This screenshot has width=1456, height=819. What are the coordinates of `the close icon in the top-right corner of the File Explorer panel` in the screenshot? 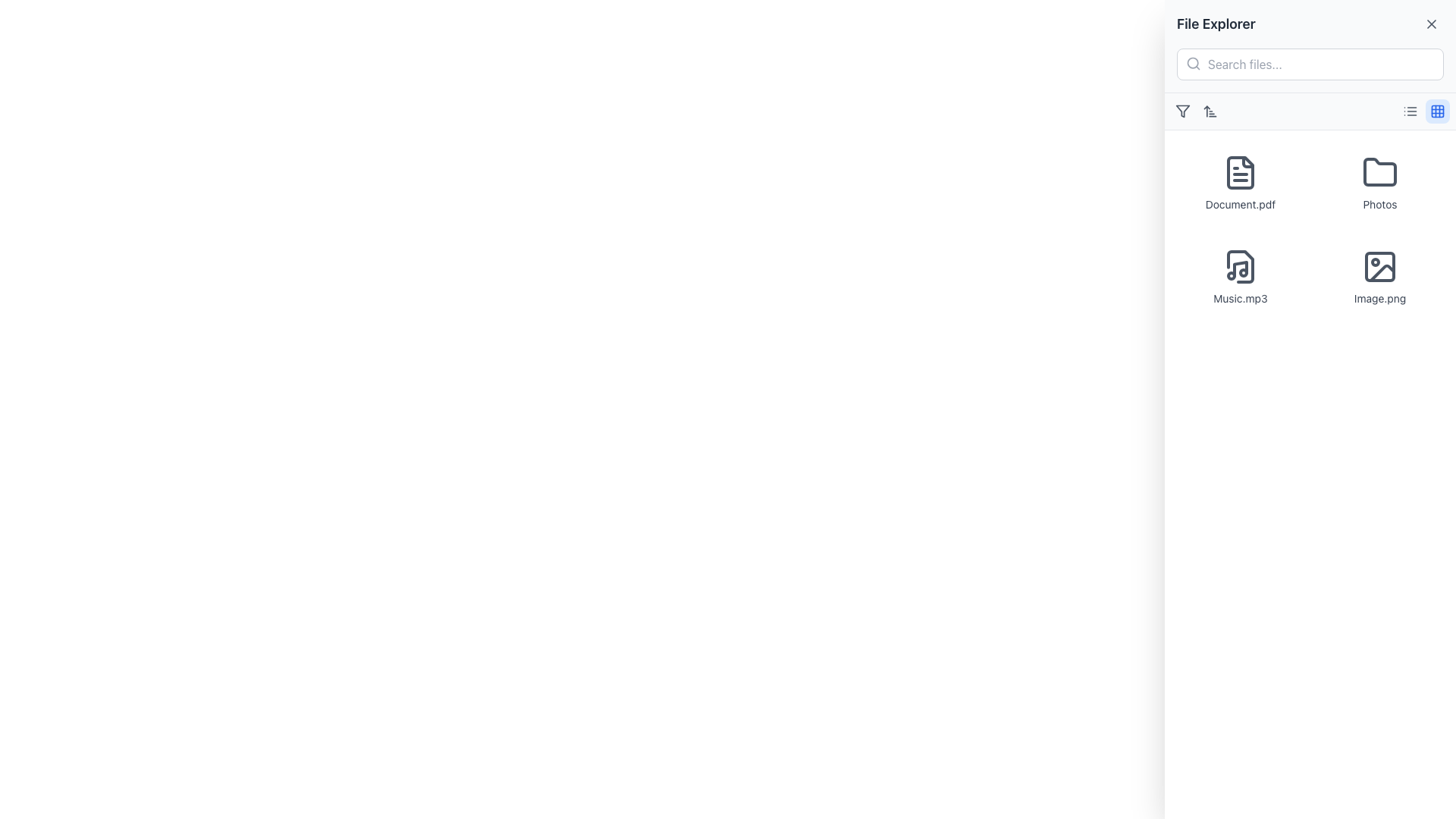 It's located at (1430, 24).